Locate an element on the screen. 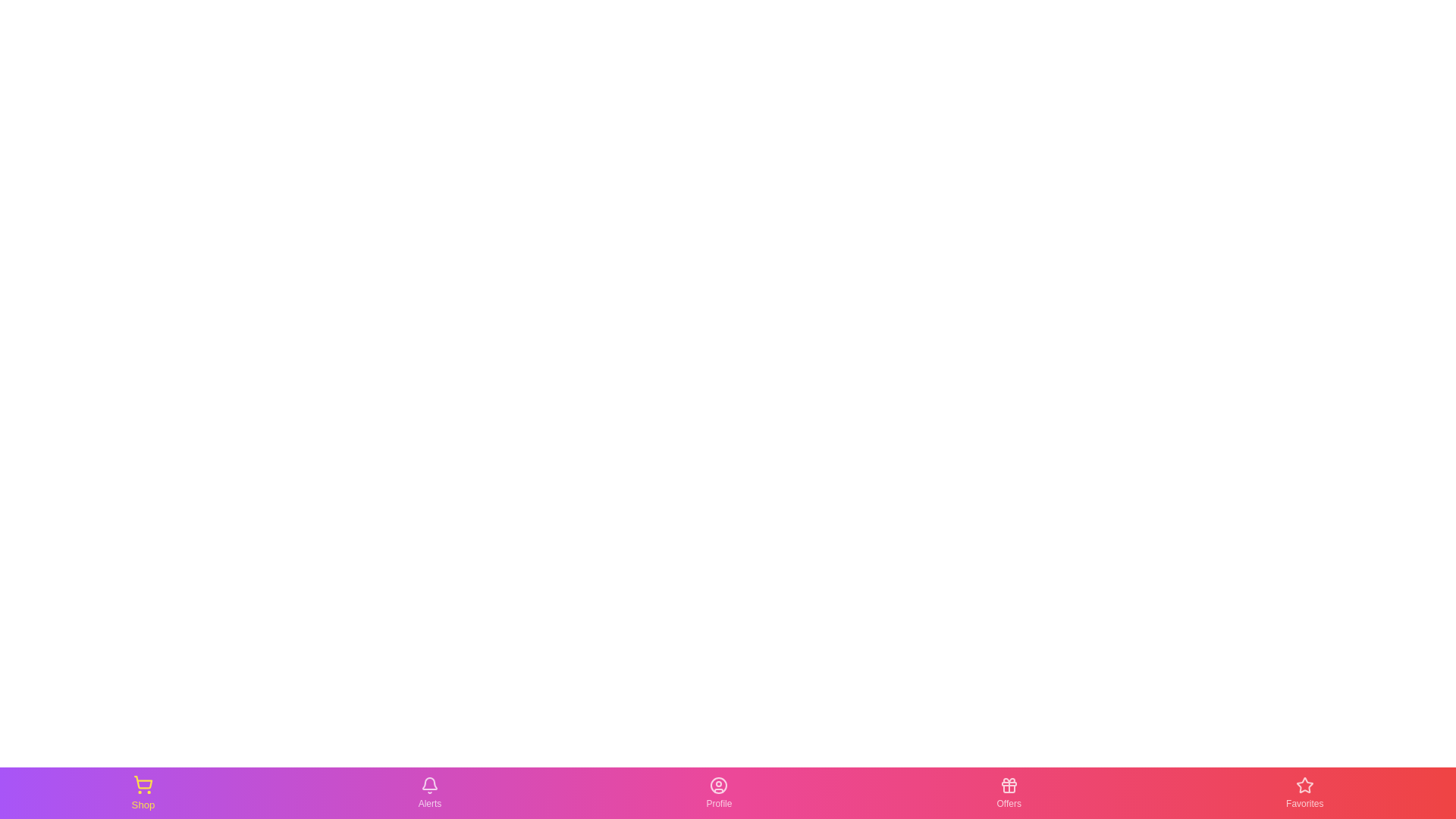  the Offers tab in the bottom navigation bar is located at coordinates (1009, 792).